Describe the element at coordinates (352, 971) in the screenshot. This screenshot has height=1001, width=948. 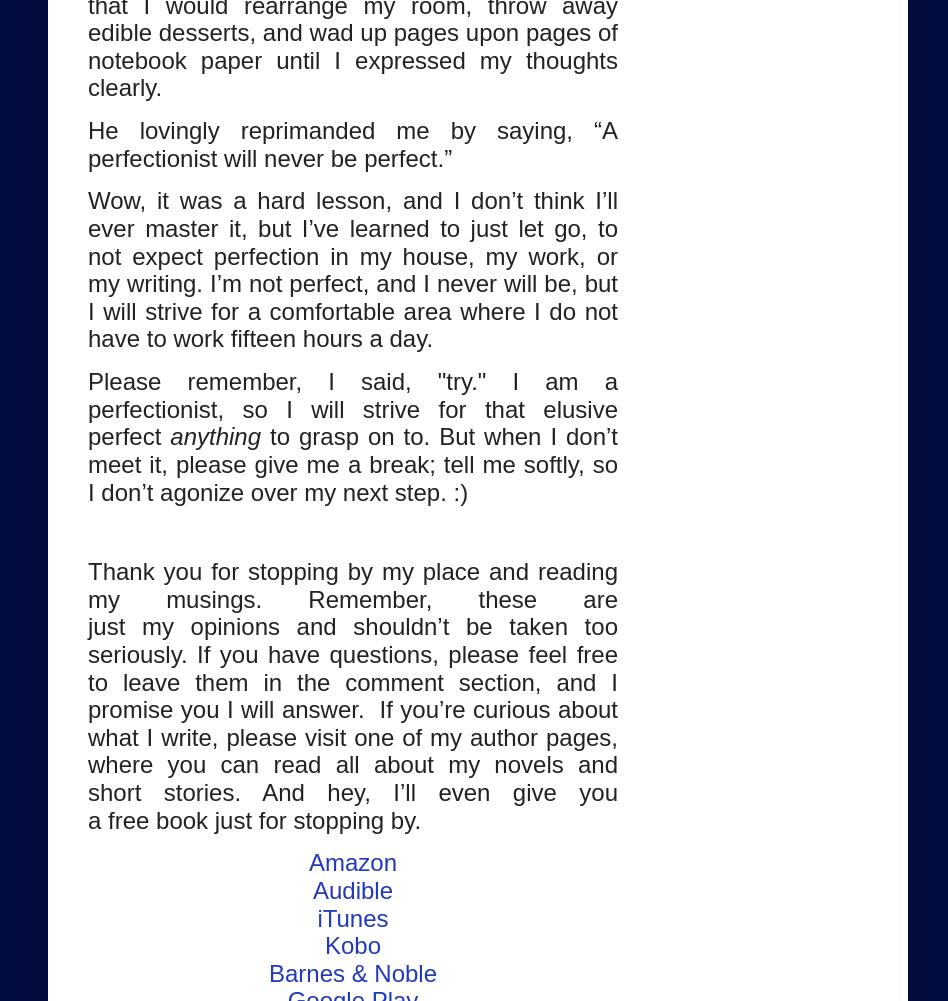
I see `'Barnes & Noble'` at that location.